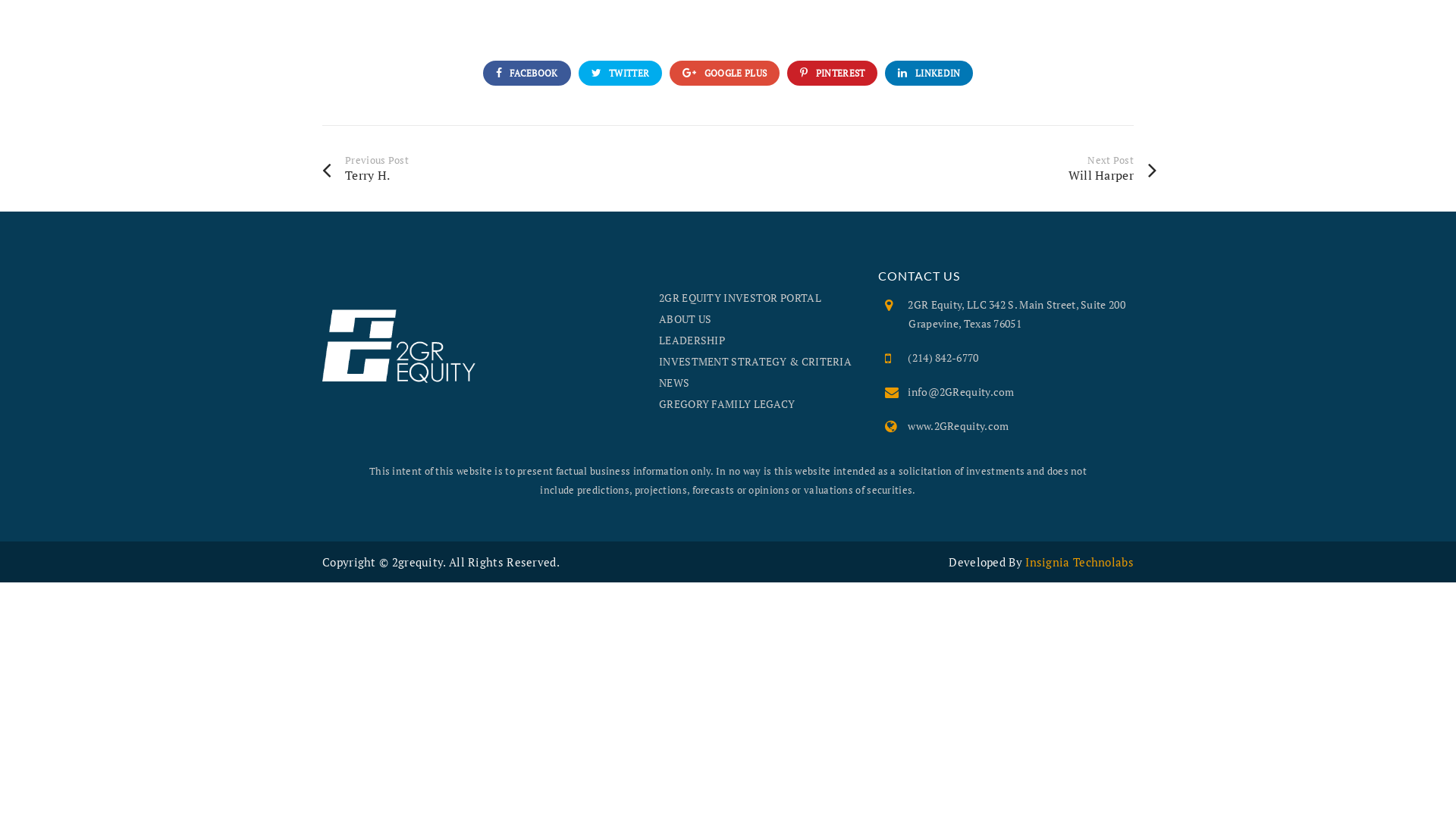  Describe the element at coordinates (957, 425) in the screenshot. I see `'www.2GRequity.com'` at that location.